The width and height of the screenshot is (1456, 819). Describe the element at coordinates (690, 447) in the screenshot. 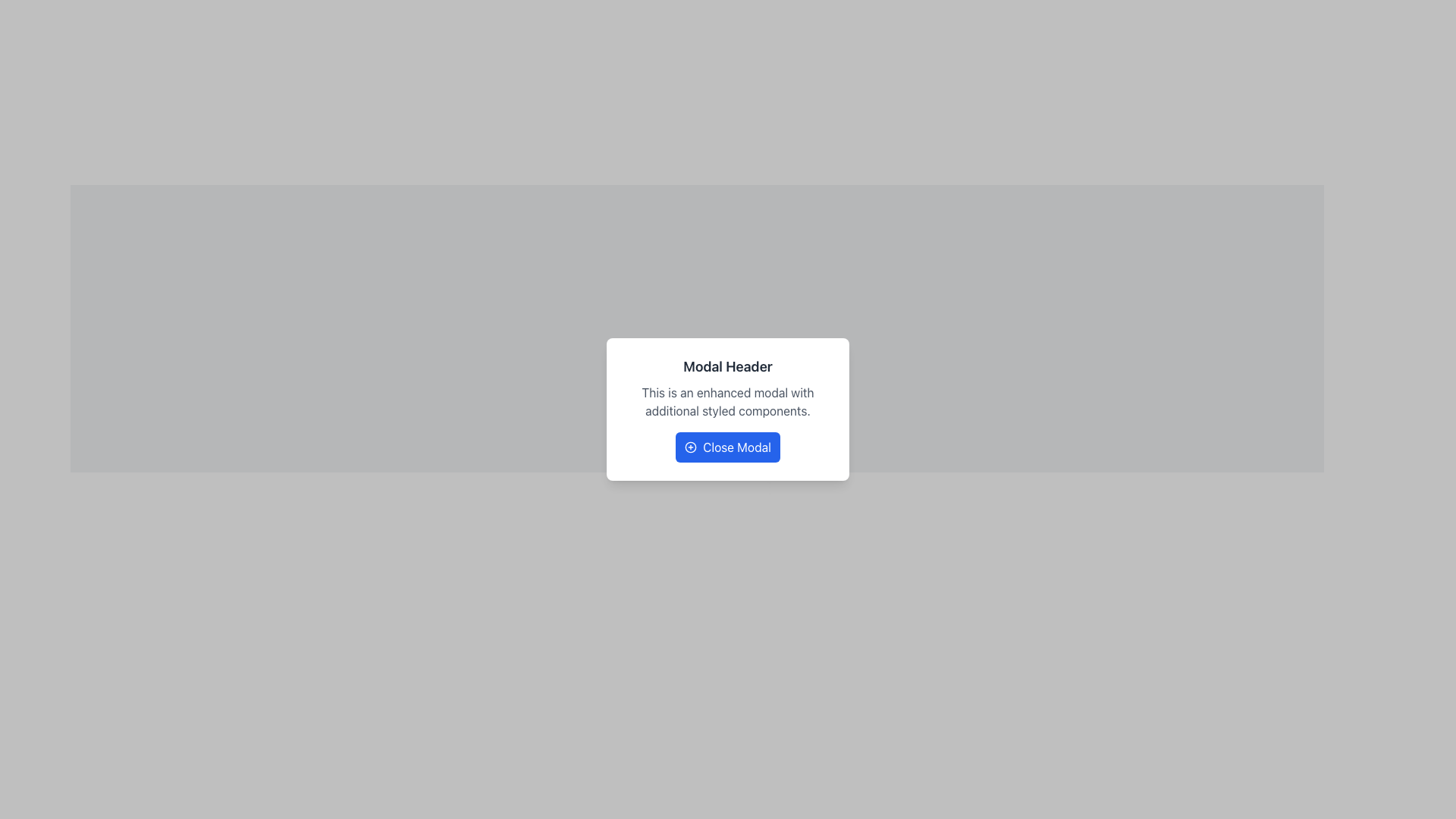

I see `the icon that visually denotes the functionality of the 'Close Modal' button, which is located at the leftmost position of the button` at that location.